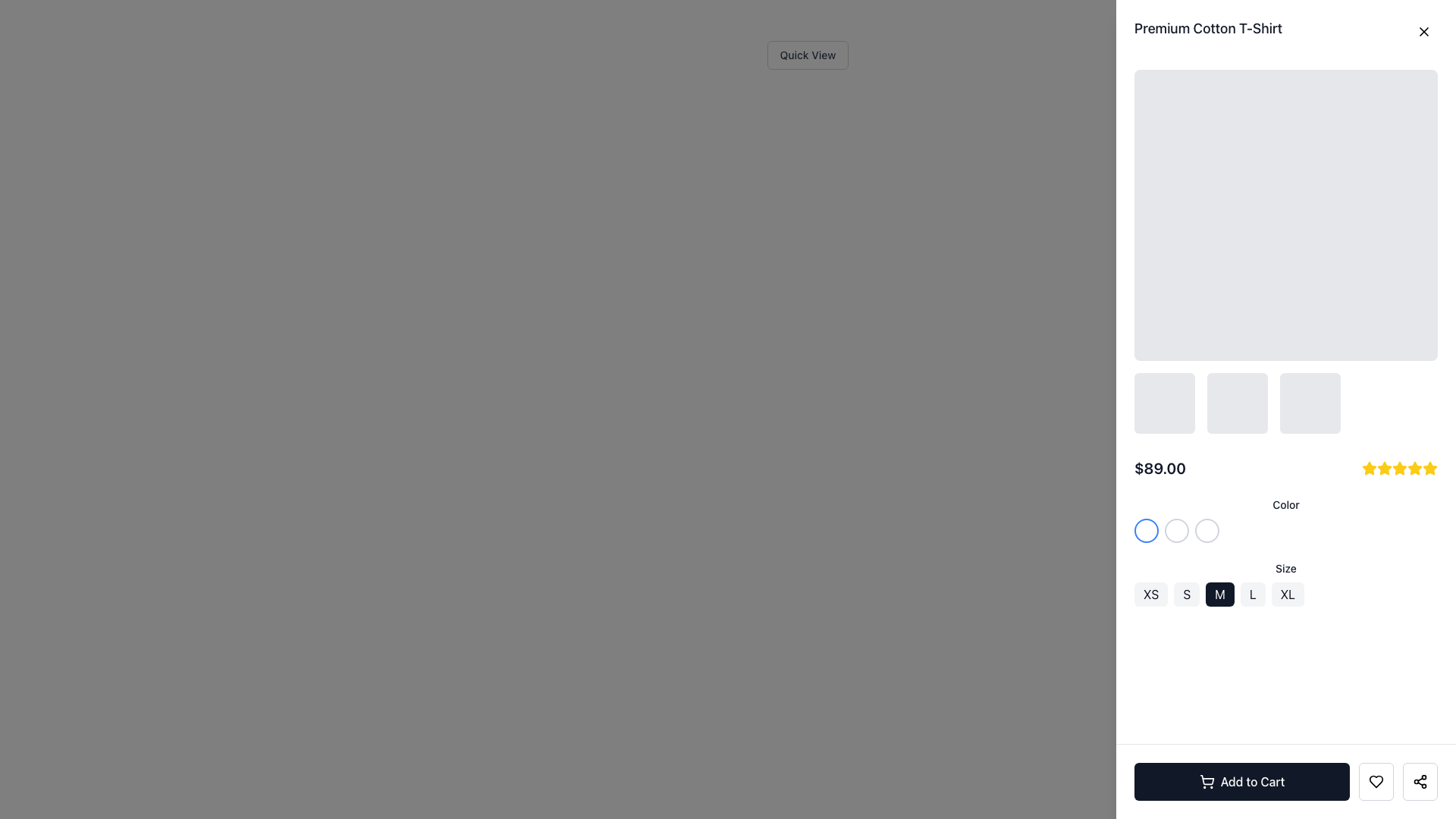 Image resolution: width=1456 pixels, height=819 pixels. What do you see at coordinates (1151, 593) in the screenshot?
I see `the 'XS' size selection button` at bounding box center [1151, 593].